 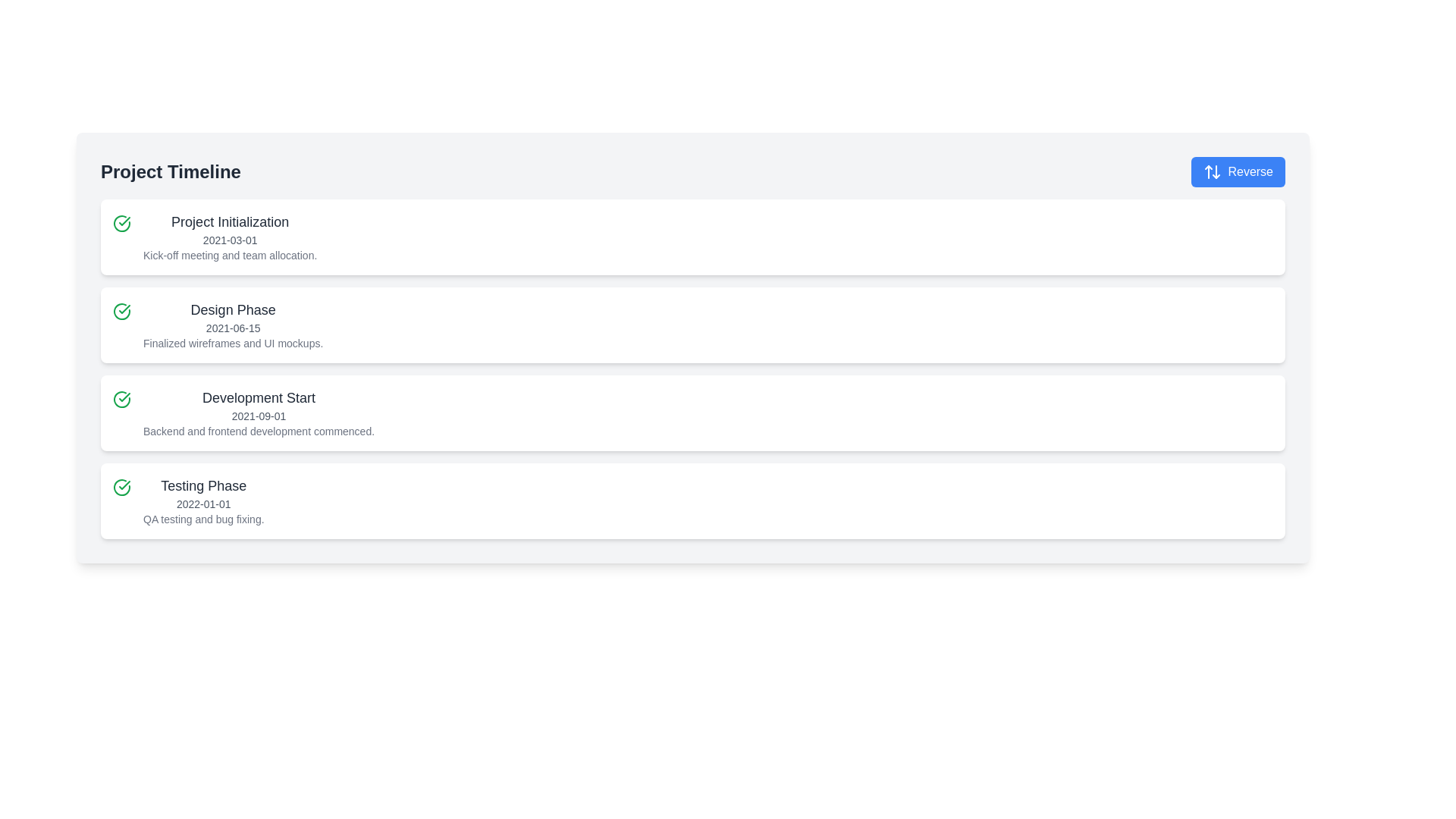 I want to click on the button labeled 'Reverse' located in the top-right corner of the interface, so click(x=1250, y=171).